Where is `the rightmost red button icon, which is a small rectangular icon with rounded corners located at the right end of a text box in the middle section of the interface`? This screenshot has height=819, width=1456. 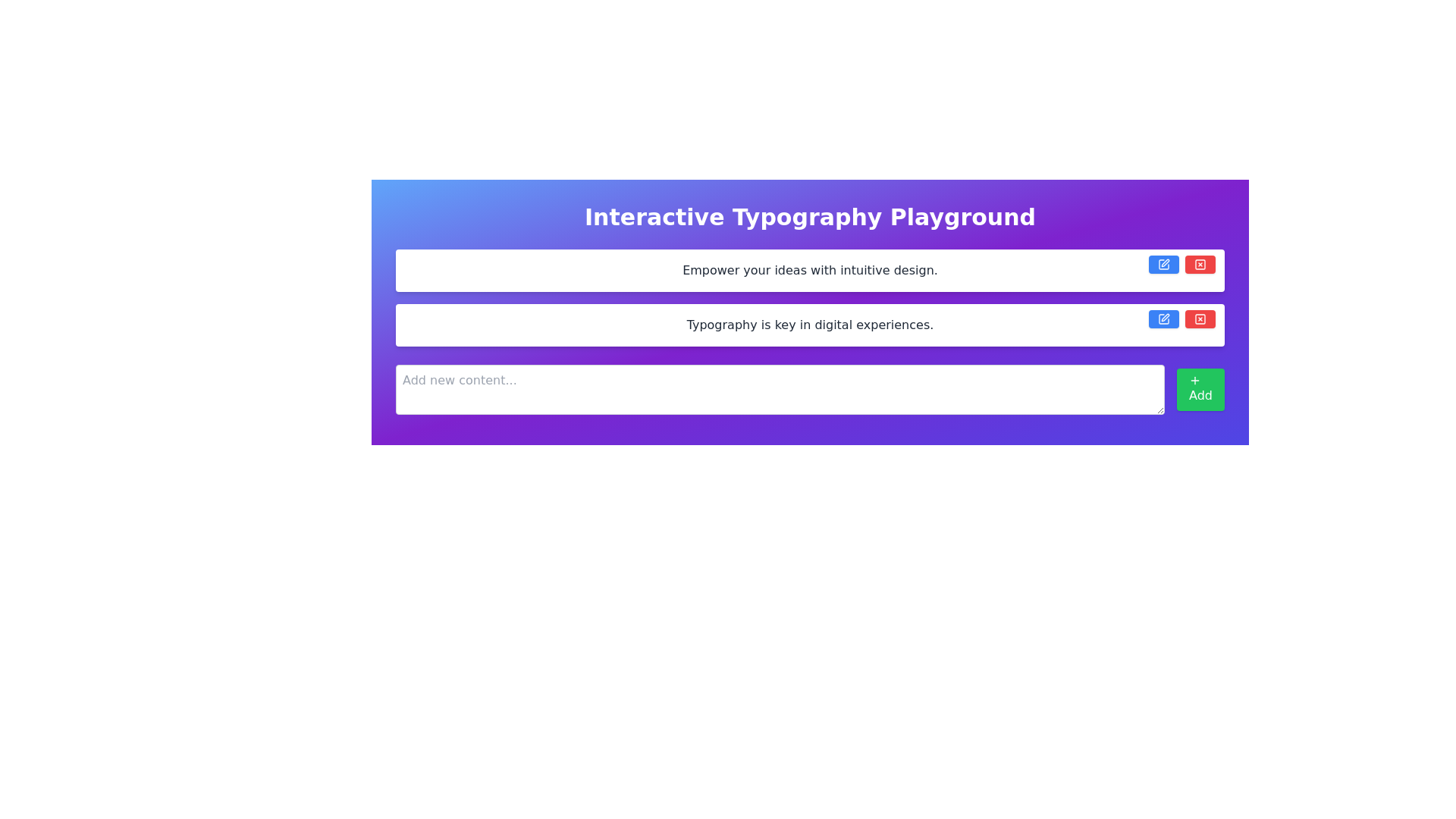 the rightmost red button icon, which is a small rectangular icon with rounded corners located at the right end of a text box in the middle section of the interface is located at coordinates (1200, 318).